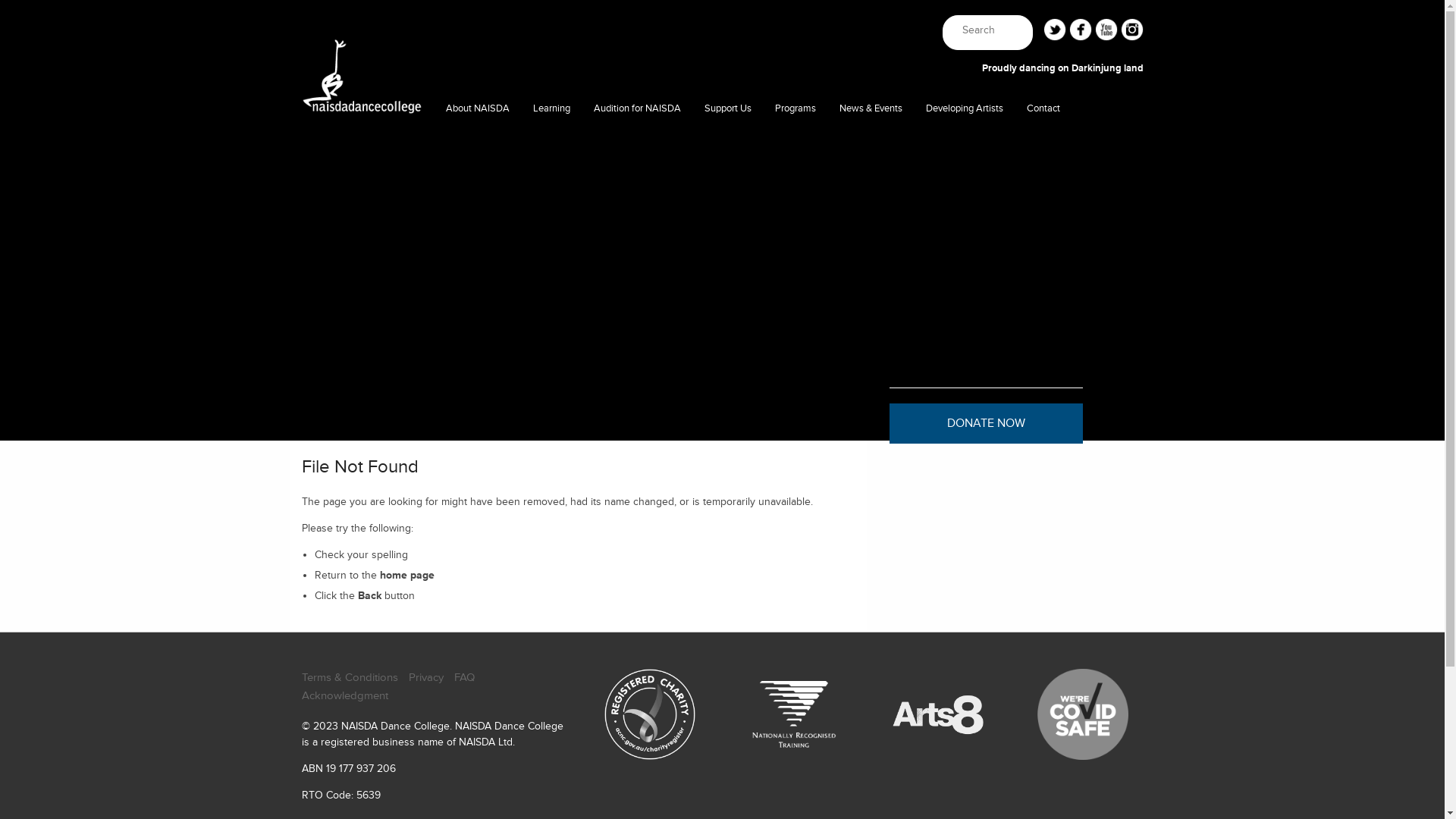 The height and width of the screenshot is (819, 1456). What do you see at coordinates (463, 677) in the screenshot?
I see `'FAQ'` at bounding box center [463, 677].